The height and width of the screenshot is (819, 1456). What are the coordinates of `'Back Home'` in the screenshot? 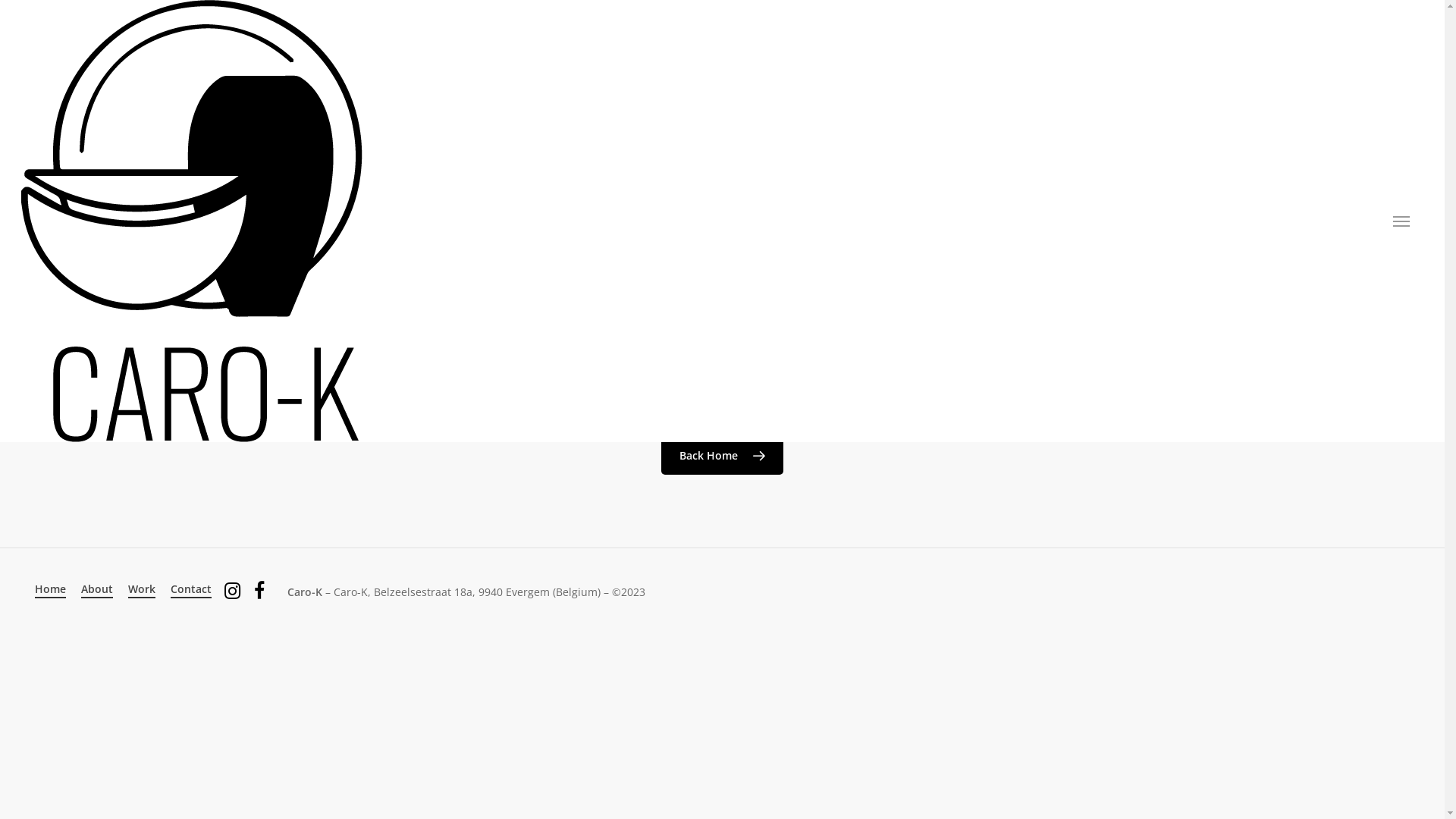 It's located at (721, 455).